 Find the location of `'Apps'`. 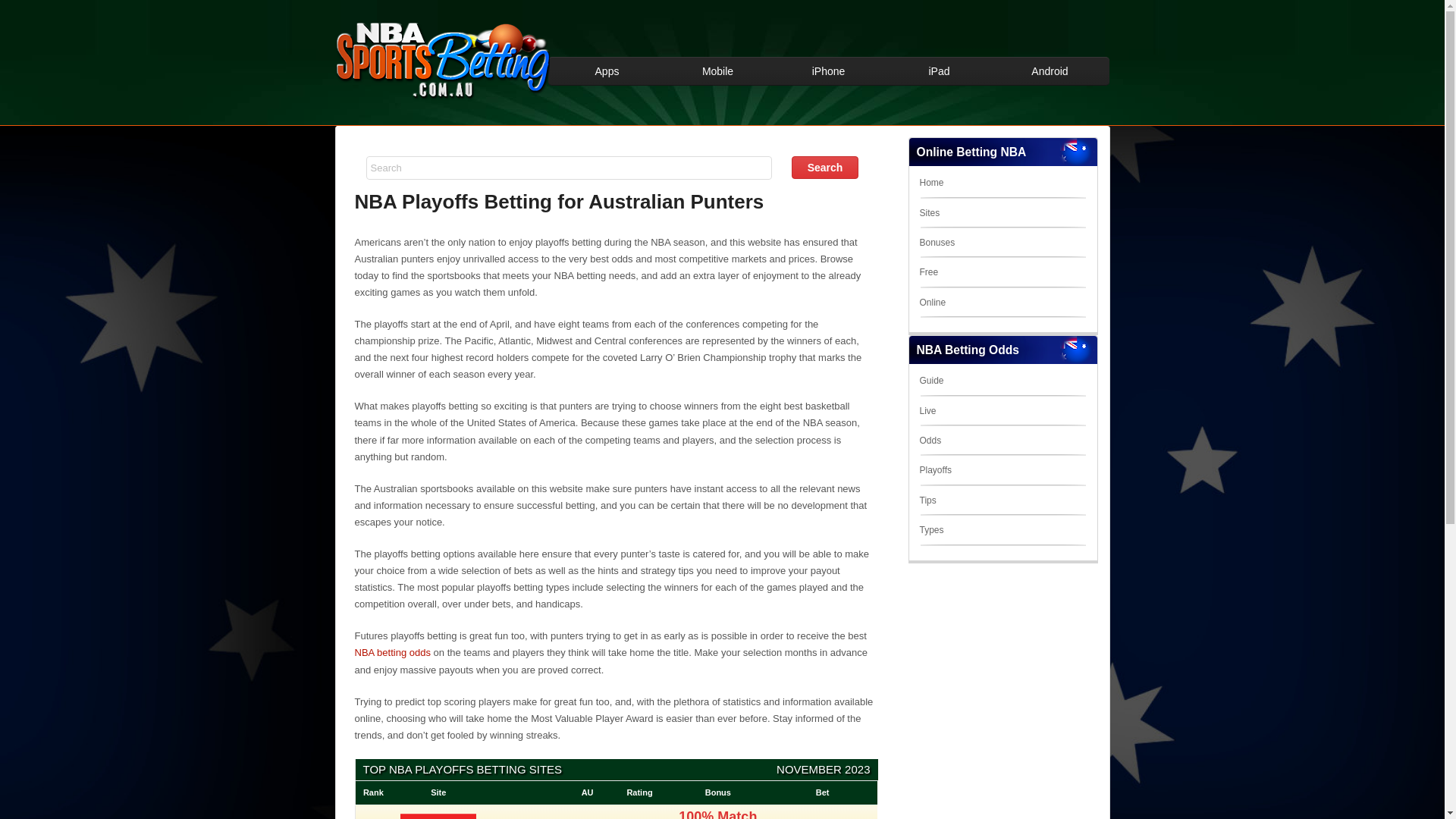

'Apps' is located at coordinates (607, 71).